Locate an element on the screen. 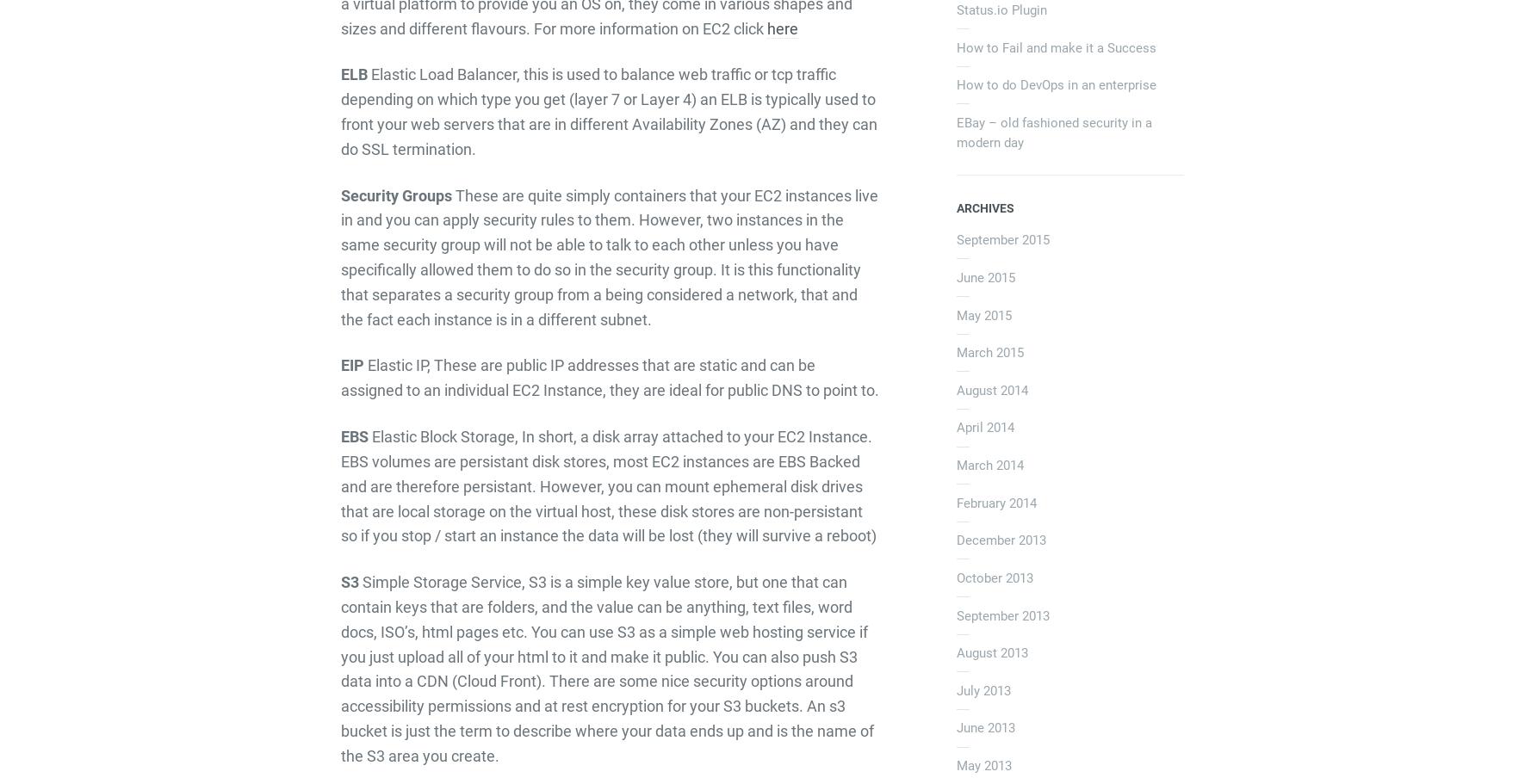 The image size is (1525, 784). 'EIP' is located at coordinates (351, 365).